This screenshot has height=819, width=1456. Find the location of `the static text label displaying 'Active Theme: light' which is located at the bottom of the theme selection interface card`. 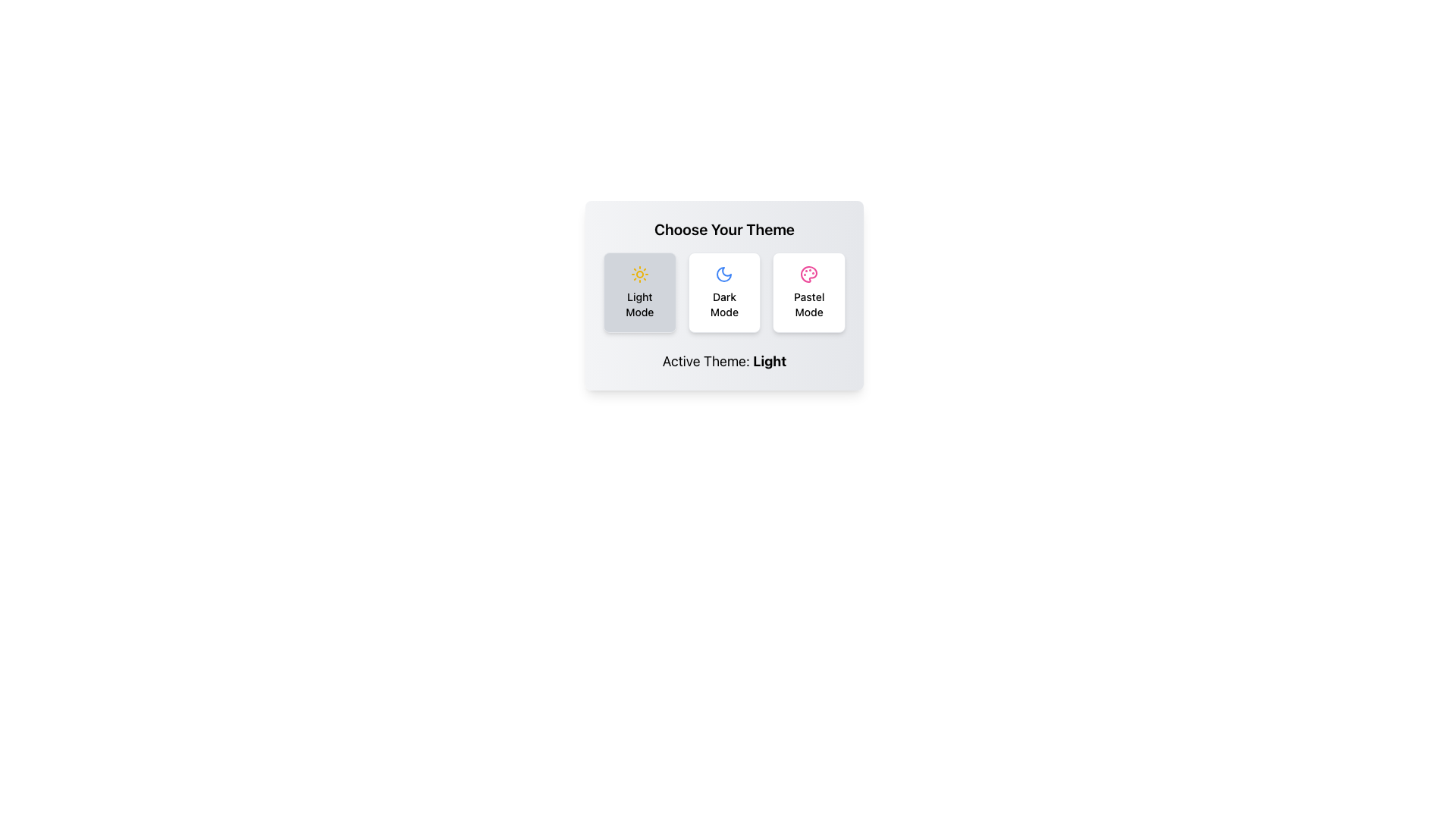

the static text label displaying 'Active Theme: light' which is located at the bottom of the theme selection interface card is located at coordinates (723, 362).